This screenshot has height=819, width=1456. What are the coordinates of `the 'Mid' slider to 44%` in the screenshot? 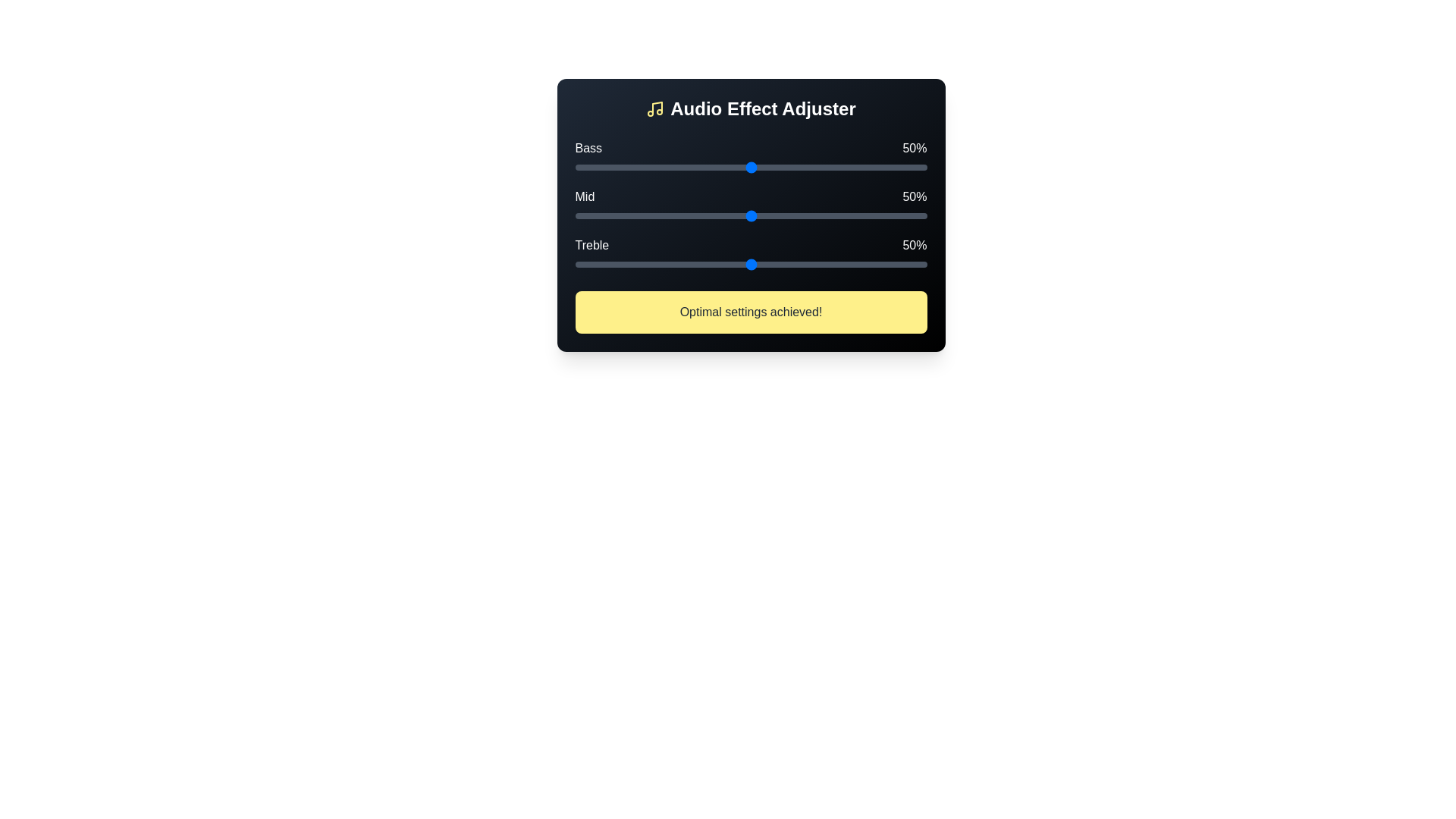 It's located at (730, 216).